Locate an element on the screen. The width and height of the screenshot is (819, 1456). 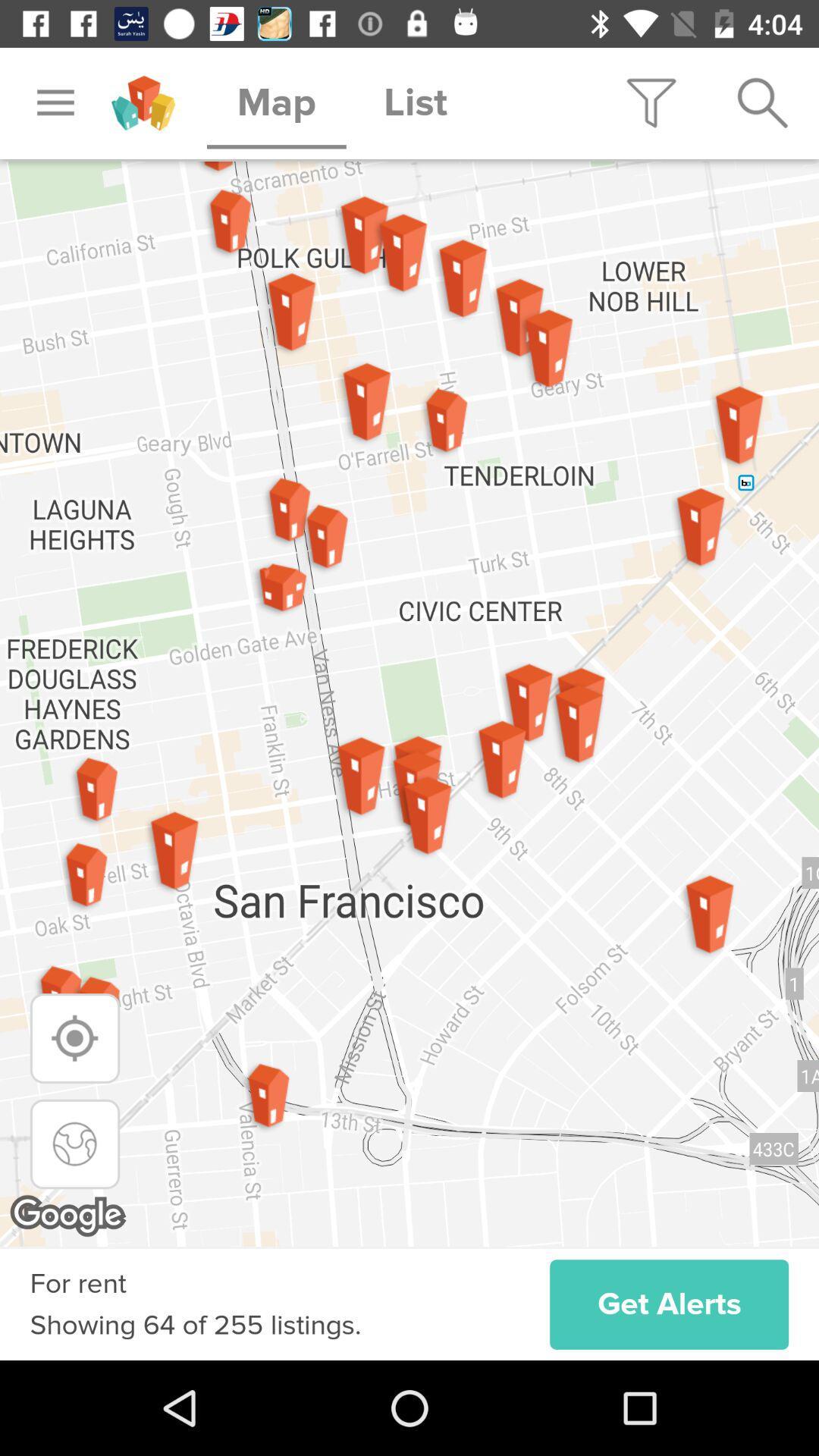
the location_crosshair icon is located at coordinates (75, 1037).